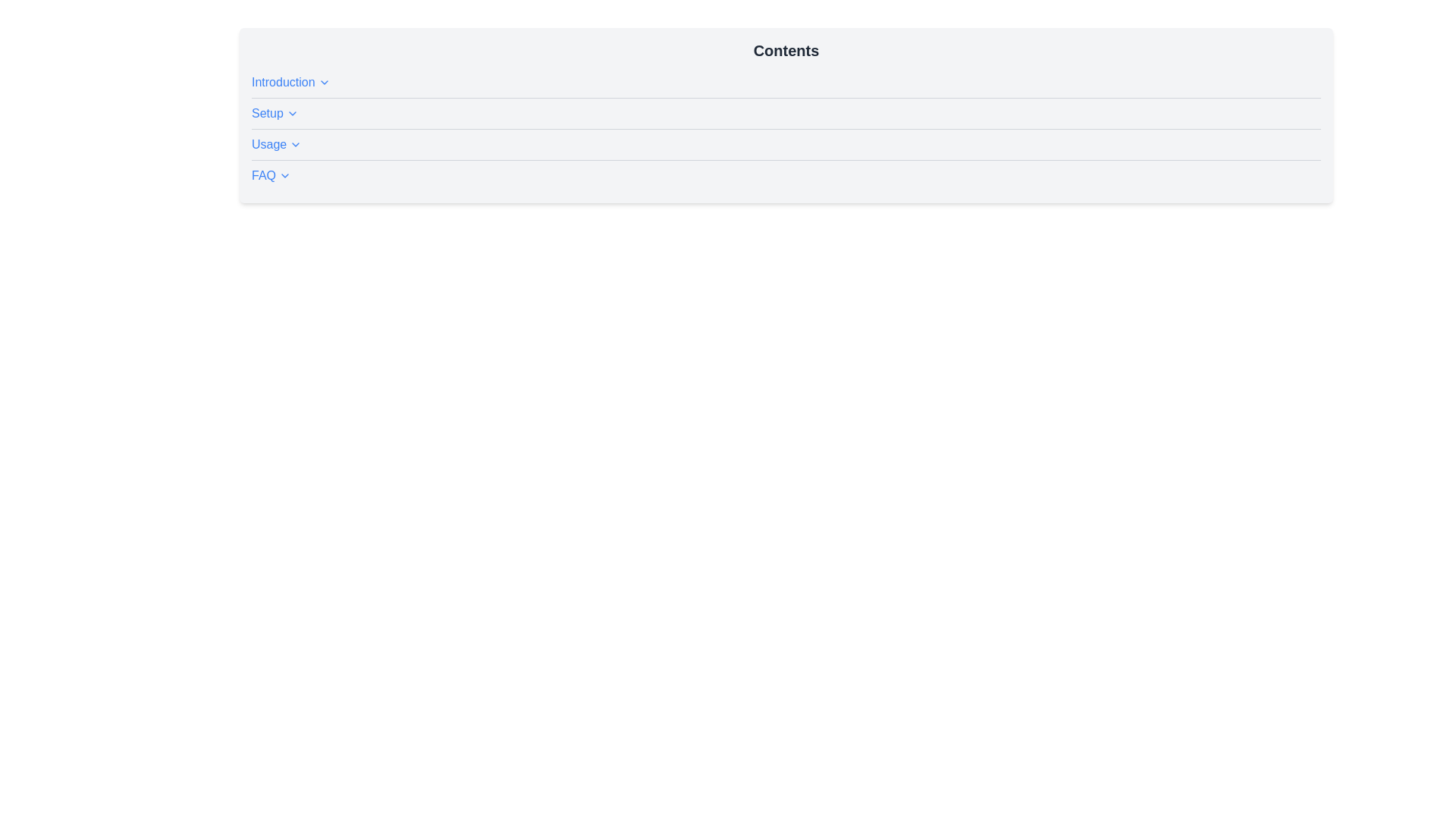  What do you see at coordinates (786, 112) in the screenshot?
I see `the hyperlink that navigates to the 'Setup' section, located as the second entry in the 'Contents' list between 'Introduction' and 'Usage'` at bounding box center [786, 112].